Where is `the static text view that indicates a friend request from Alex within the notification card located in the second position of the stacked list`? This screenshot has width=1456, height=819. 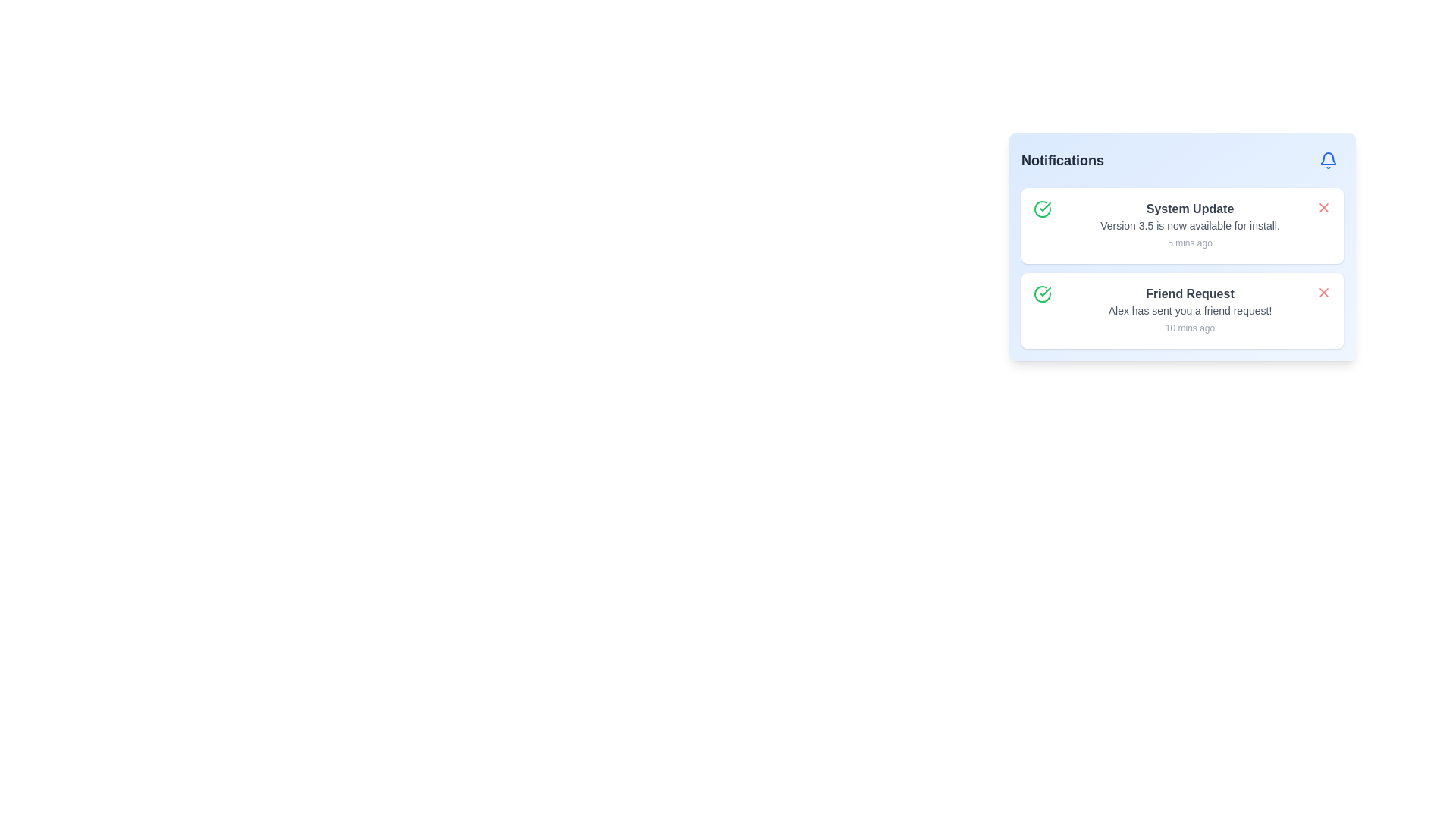
the static text view that indicates a friend request from Alex within the notification card located in the second position of the stacked list is located at coordinates (1189, 309).